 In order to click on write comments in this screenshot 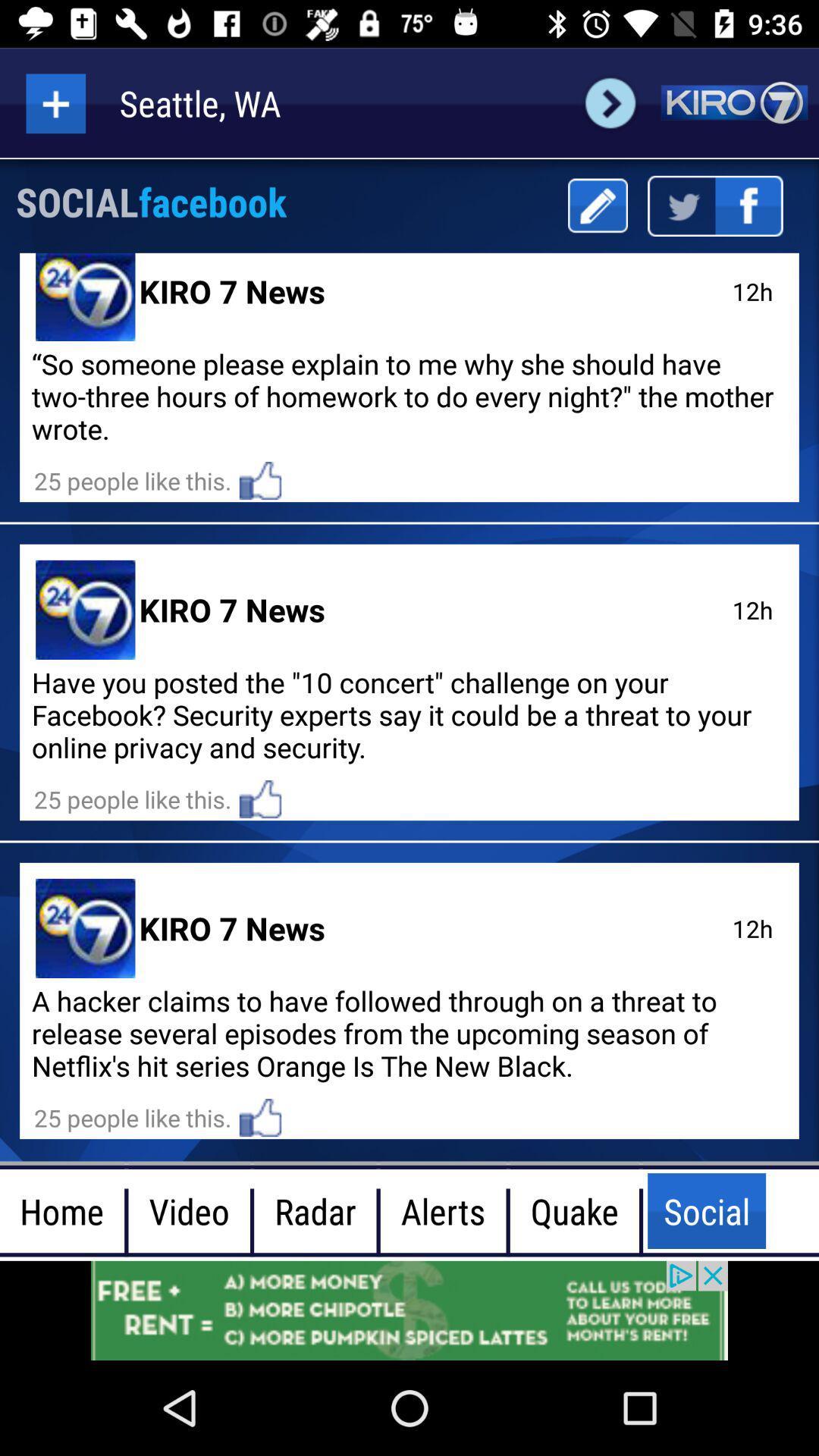, I will do `click(597, 205)`.